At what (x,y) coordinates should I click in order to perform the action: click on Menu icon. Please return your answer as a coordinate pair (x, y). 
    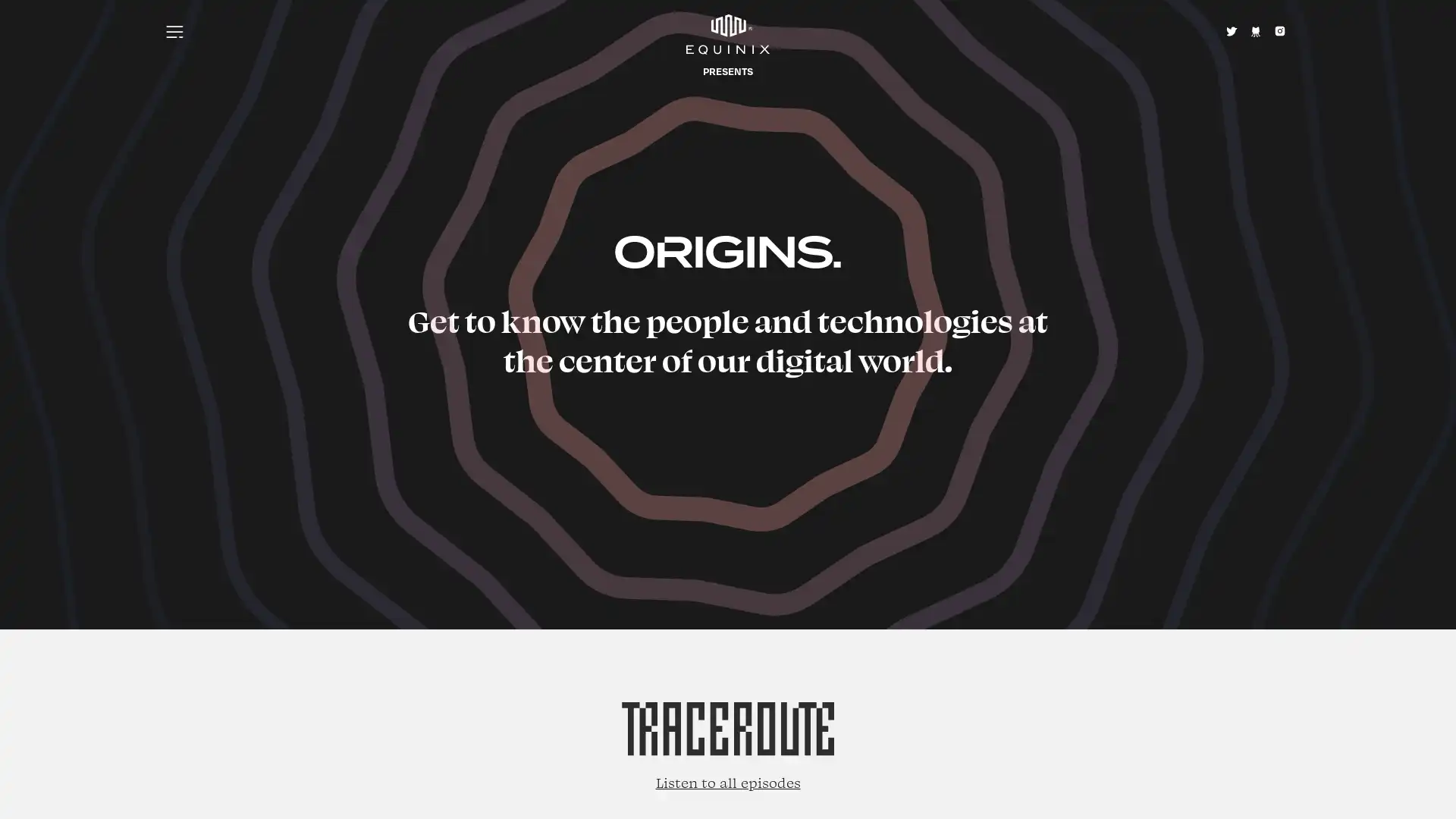
    Looking at the image, I should click on (174, 32).